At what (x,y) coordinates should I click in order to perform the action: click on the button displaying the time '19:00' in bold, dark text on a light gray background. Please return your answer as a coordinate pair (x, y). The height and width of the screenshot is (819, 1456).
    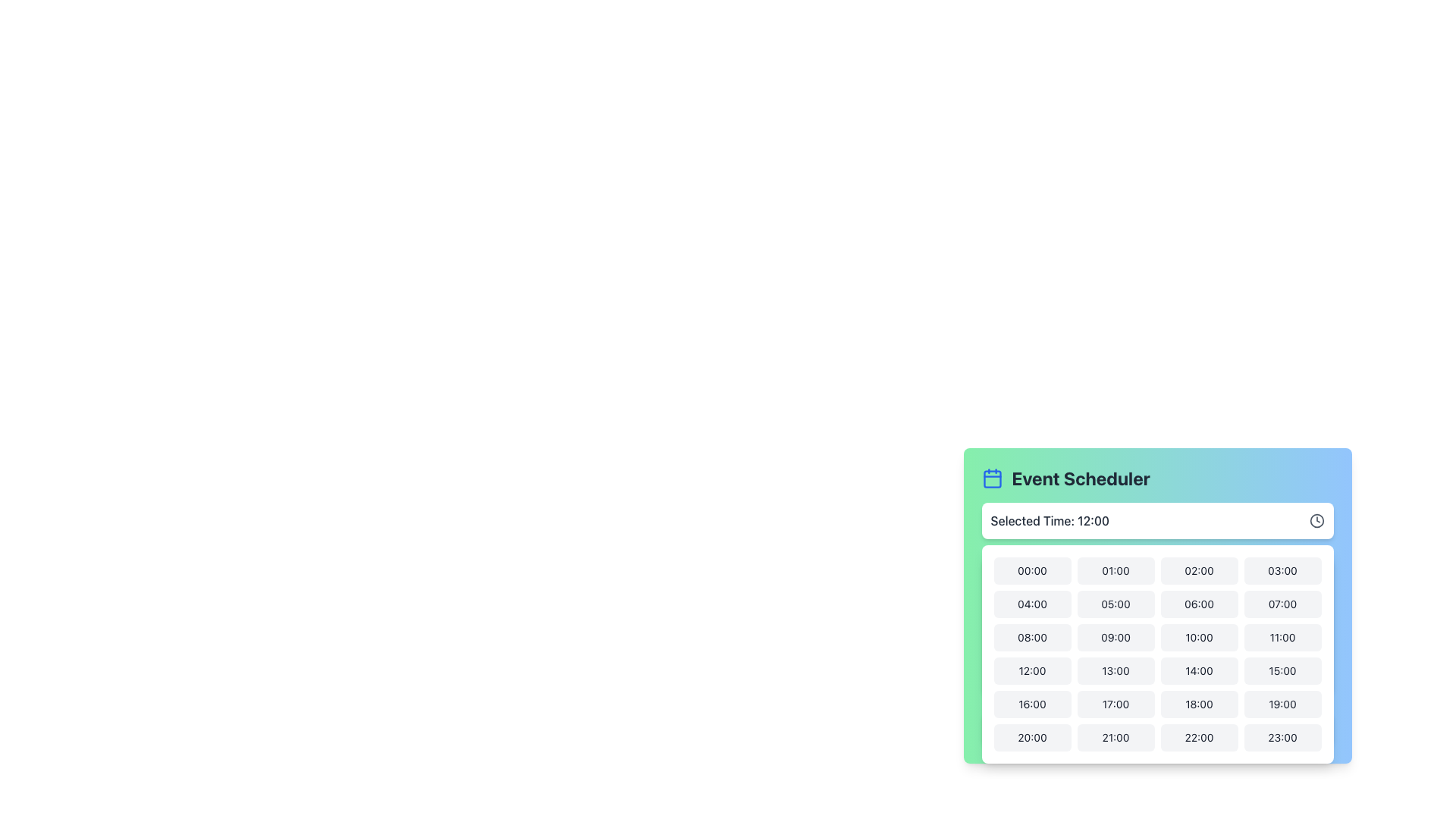
    Looking at the image, I should click on (1282, 704).